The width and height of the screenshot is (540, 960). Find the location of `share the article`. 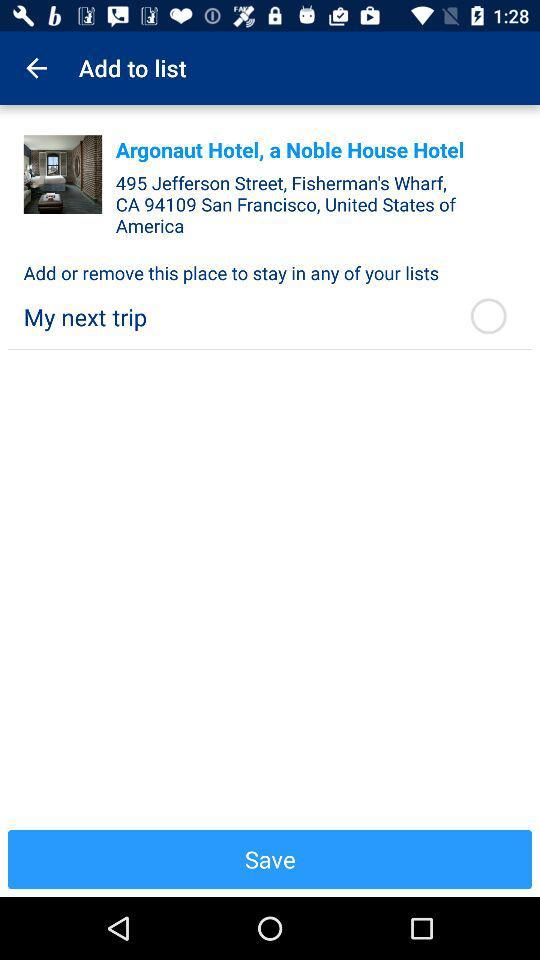

share the article is located at coordinates (63, 173).